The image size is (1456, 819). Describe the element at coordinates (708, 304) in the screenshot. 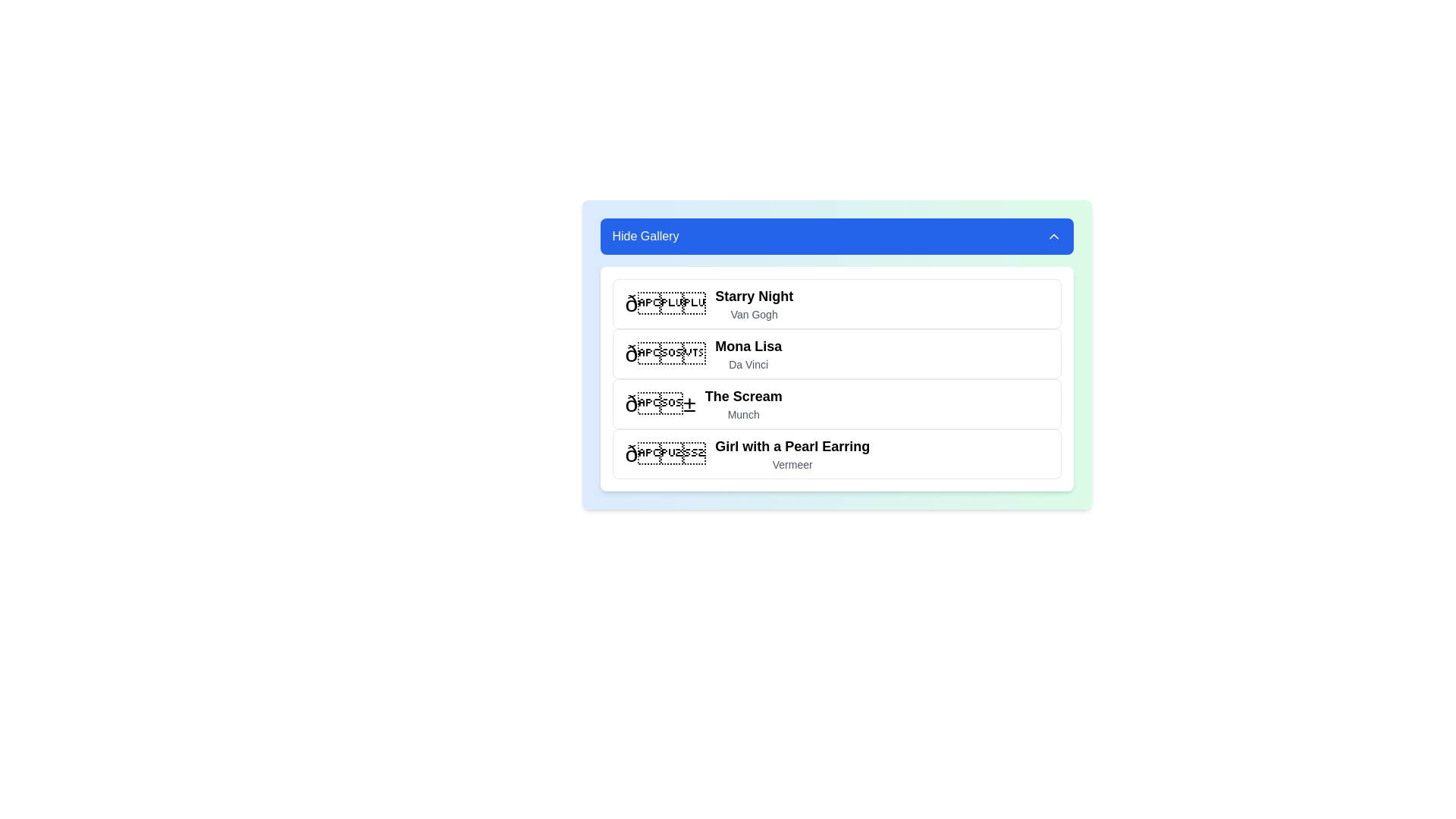

I see `the list item containing the globe emoji icon and the text 'Starry Night' by 'Van Gogh' to possibly see additional information` at that location.